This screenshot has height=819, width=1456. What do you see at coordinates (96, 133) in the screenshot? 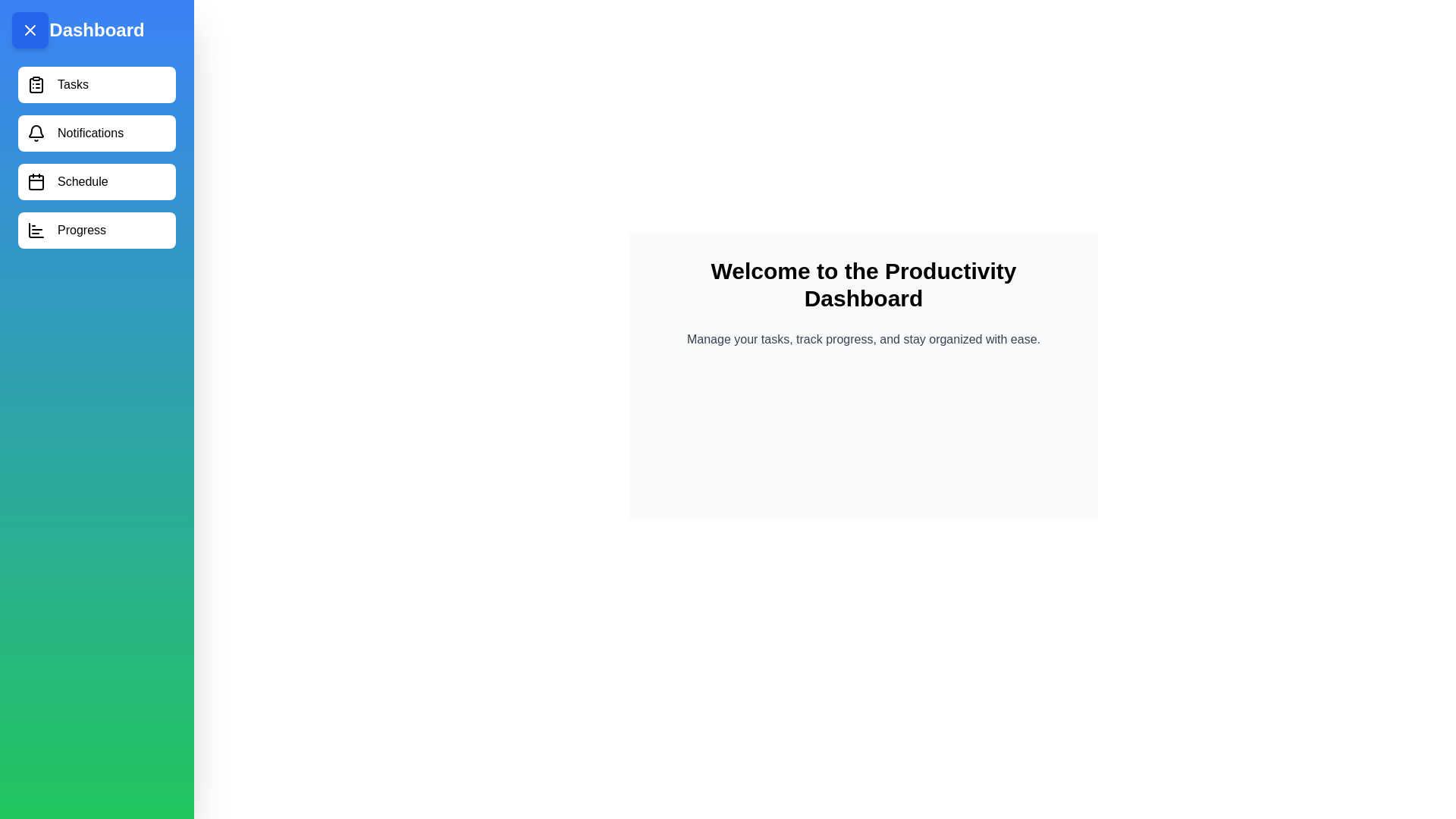
I see `the menu item Notifications from the drawer` at bounding box center [96, 133].